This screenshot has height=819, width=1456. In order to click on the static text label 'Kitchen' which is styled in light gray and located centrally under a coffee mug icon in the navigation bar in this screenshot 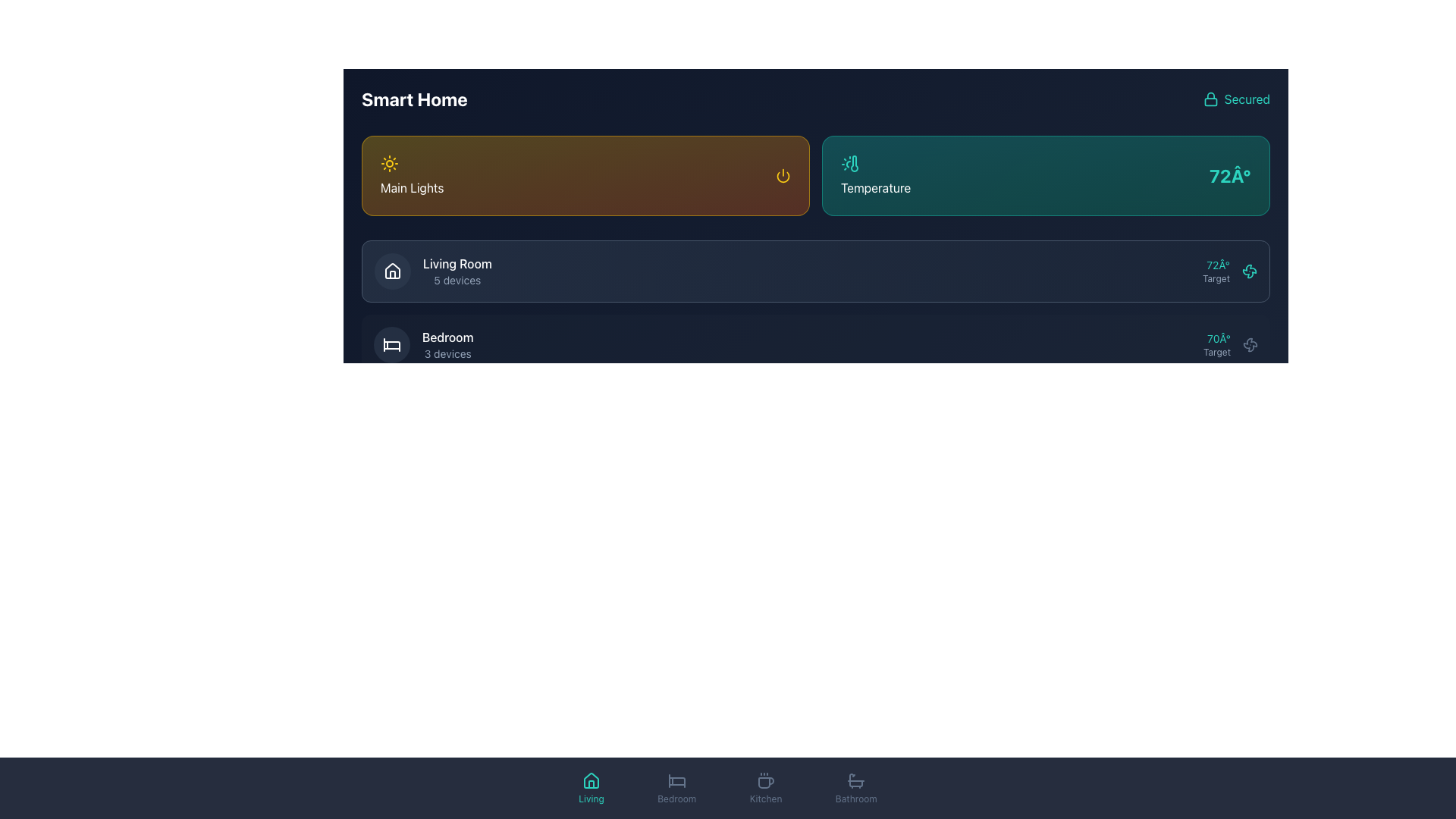, I will do `click(766, 798)`.